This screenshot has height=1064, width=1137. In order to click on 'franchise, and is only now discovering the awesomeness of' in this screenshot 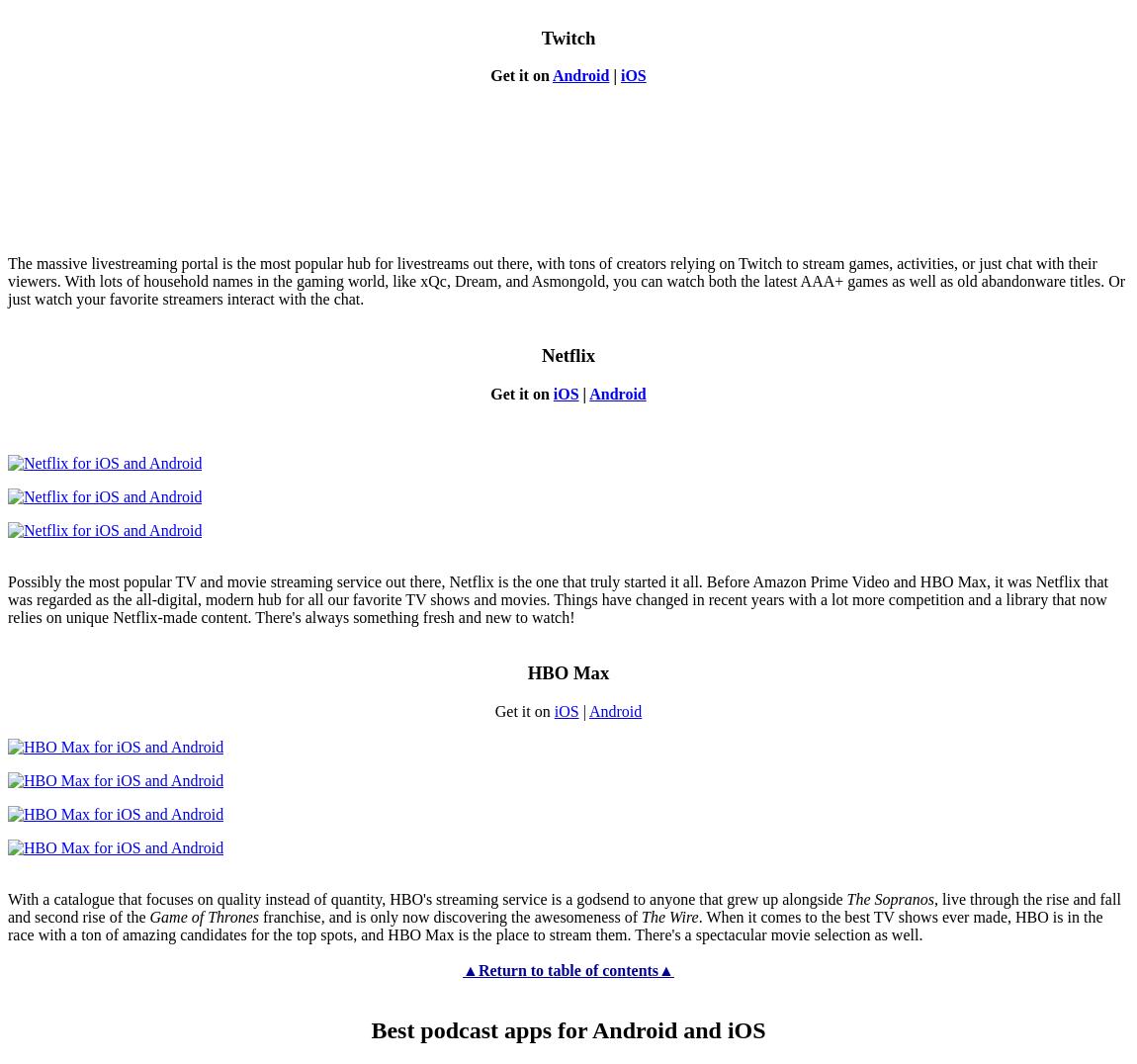, I will do `click(257, 916)`.